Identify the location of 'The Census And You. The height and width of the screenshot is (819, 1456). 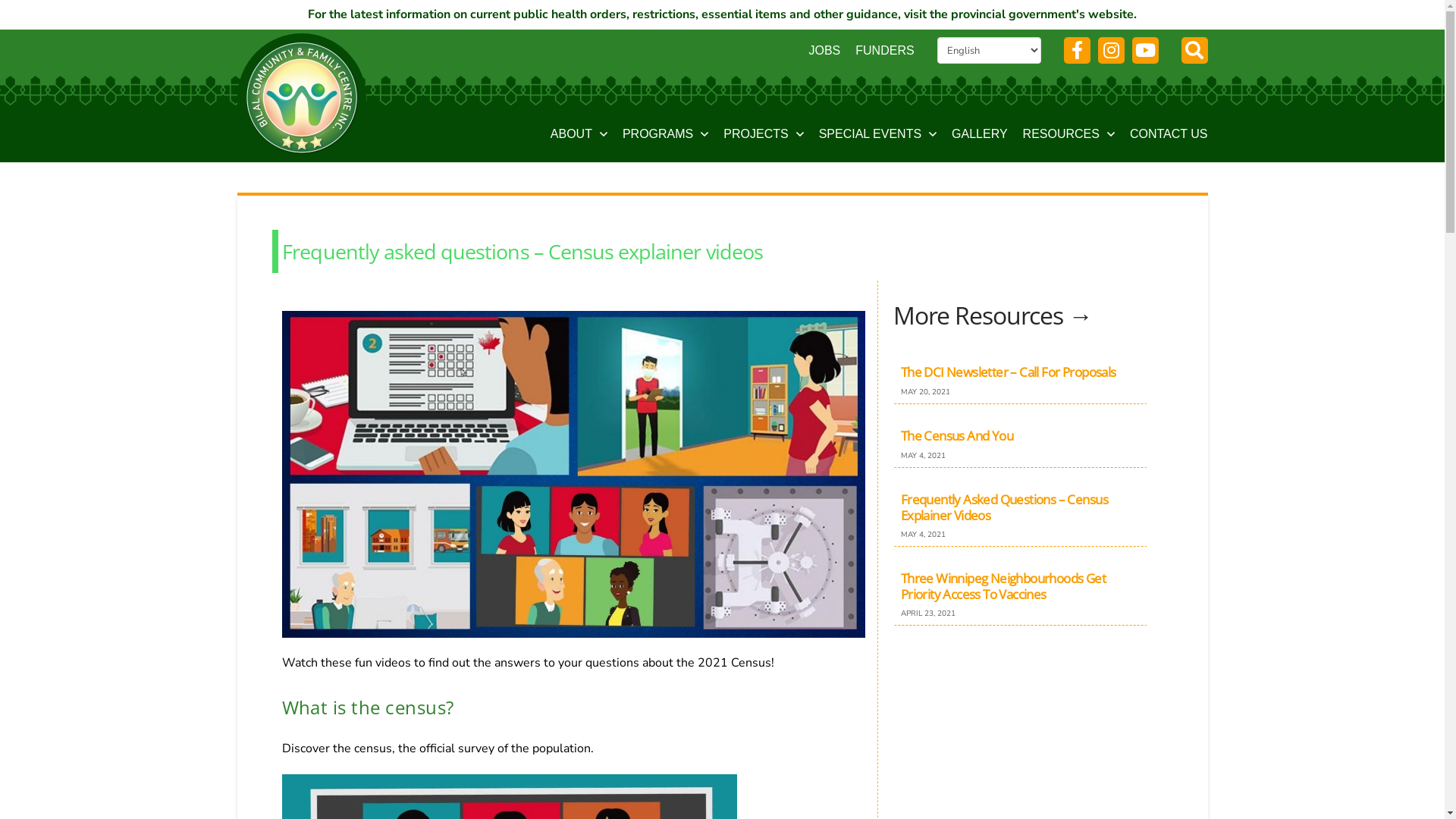
(1020, 441).